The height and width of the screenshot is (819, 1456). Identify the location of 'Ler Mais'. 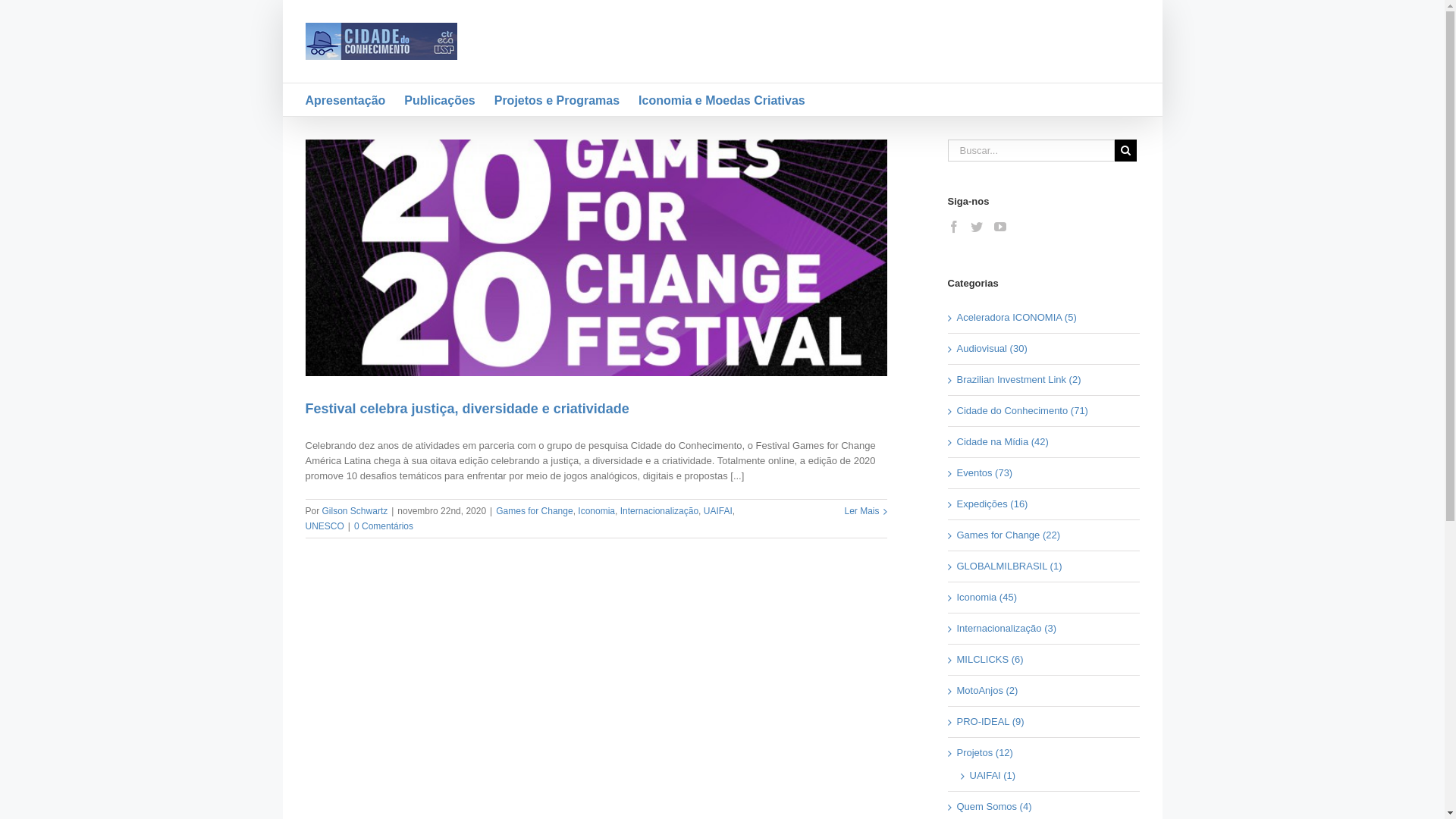
(861, 511).